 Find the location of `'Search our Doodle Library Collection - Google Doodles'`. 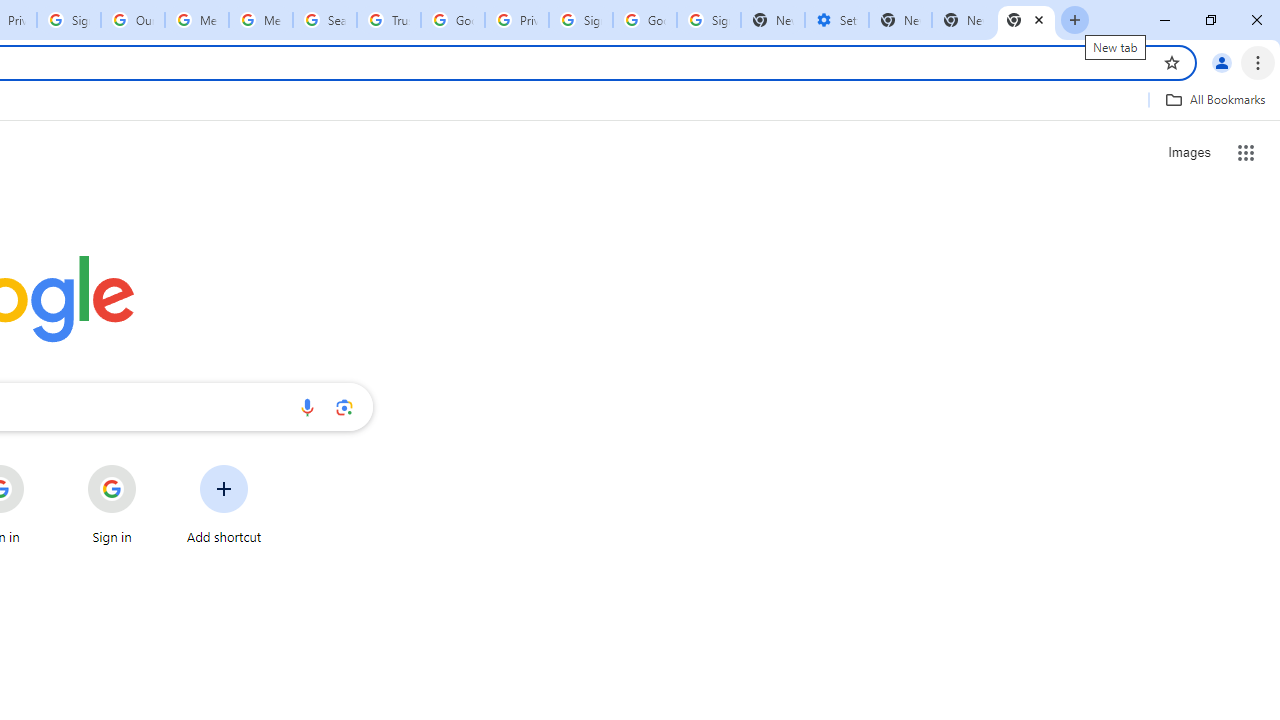

'Search our Doodle Library Collection - Google Doodles' is located at coordinates (325, 20).